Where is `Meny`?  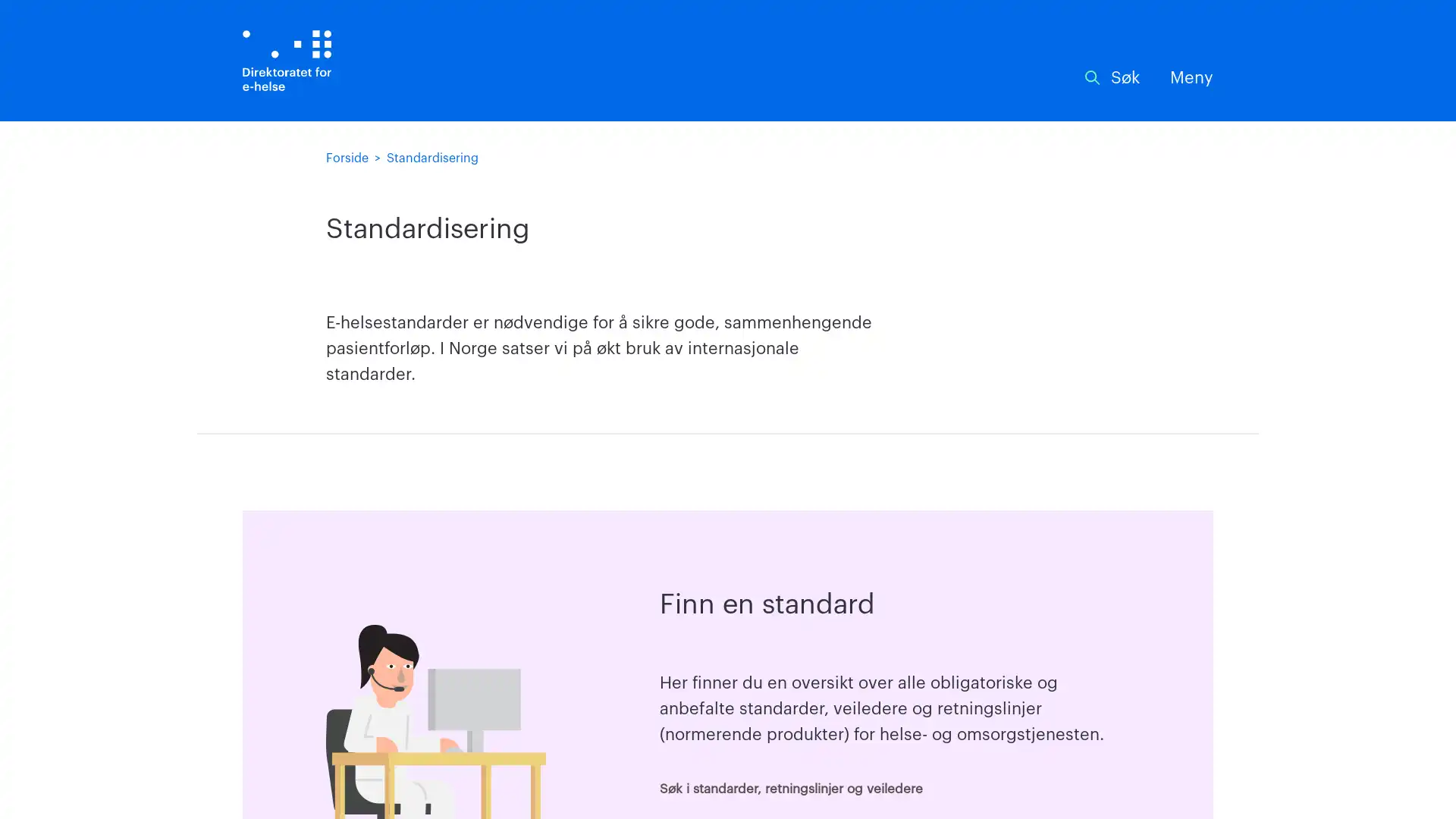
Meny is located at coordinates (1191, 78).